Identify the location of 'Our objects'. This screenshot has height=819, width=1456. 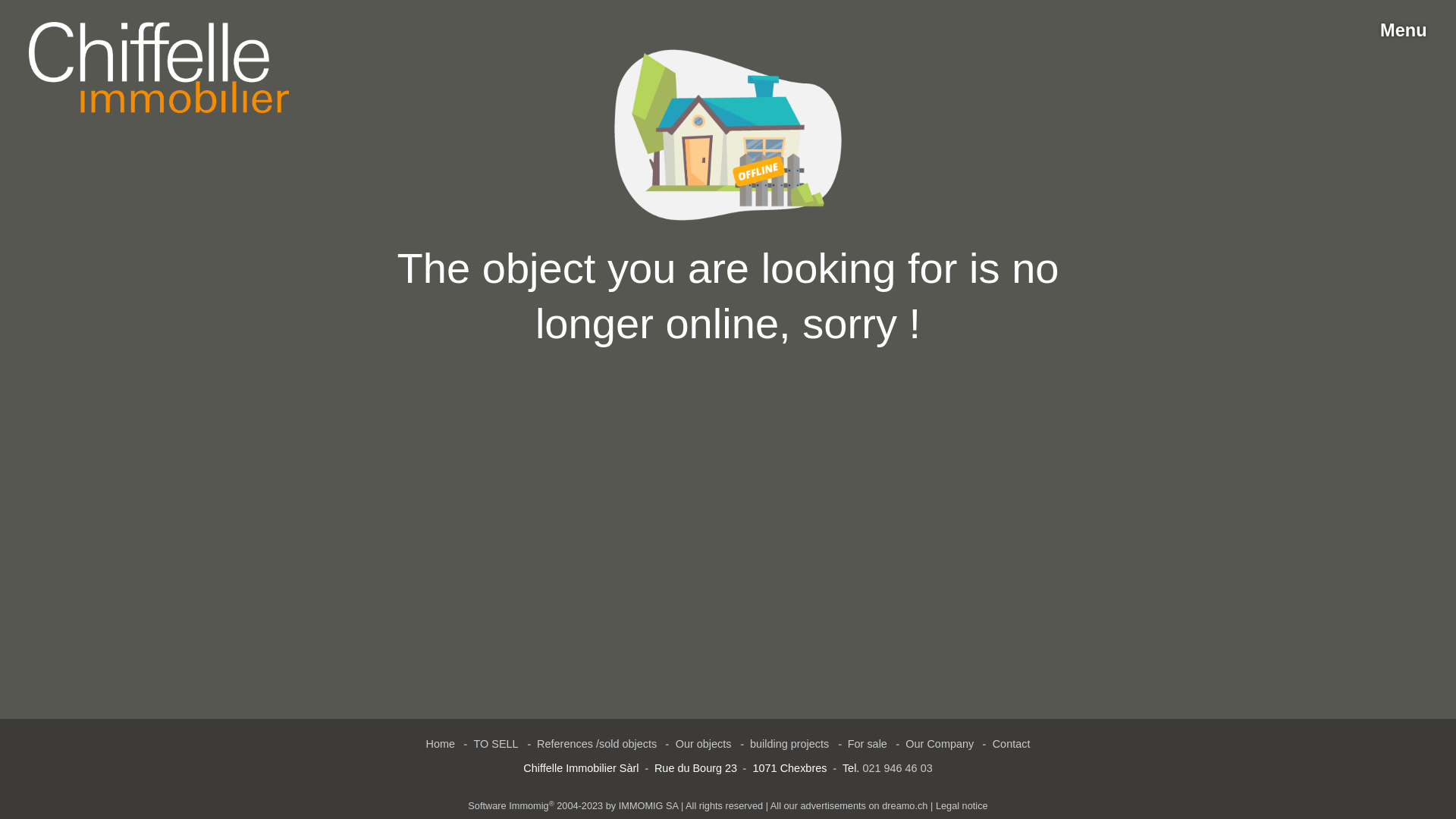
(702, 743).